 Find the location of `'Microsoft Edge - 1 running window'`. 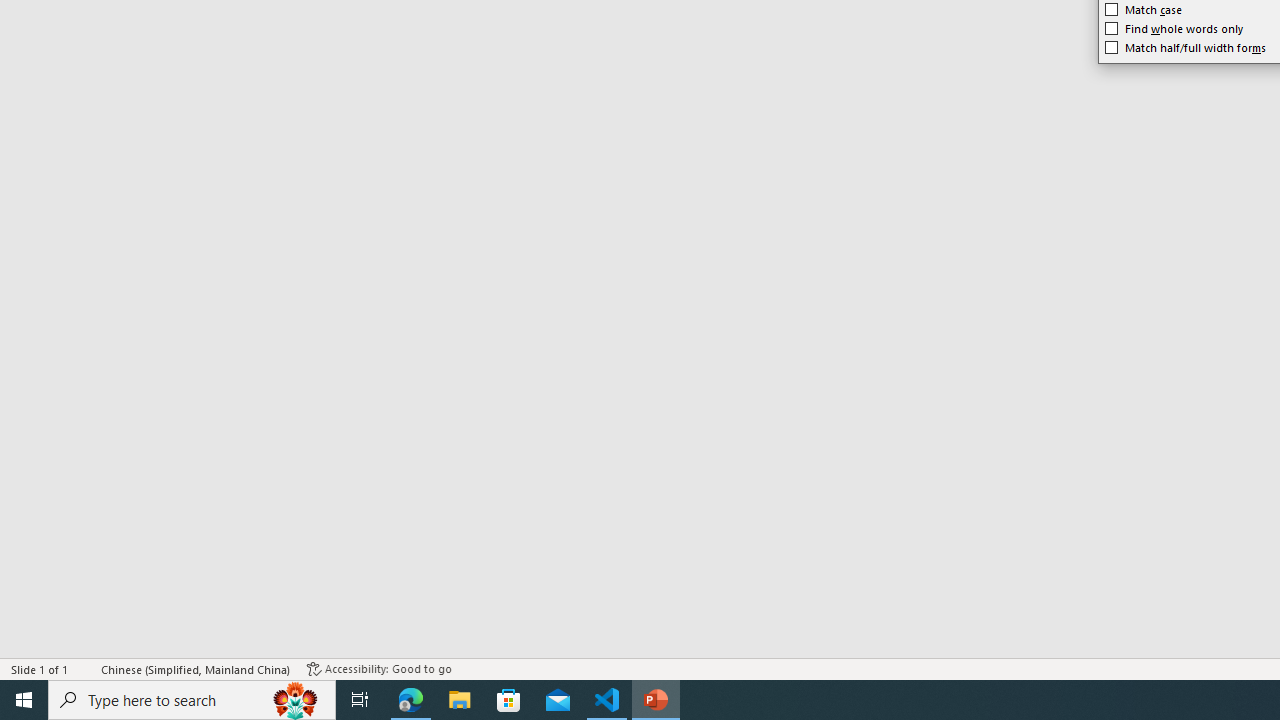

'Microsoft Edge - 1 running window' is located at coordinates (410, 698).